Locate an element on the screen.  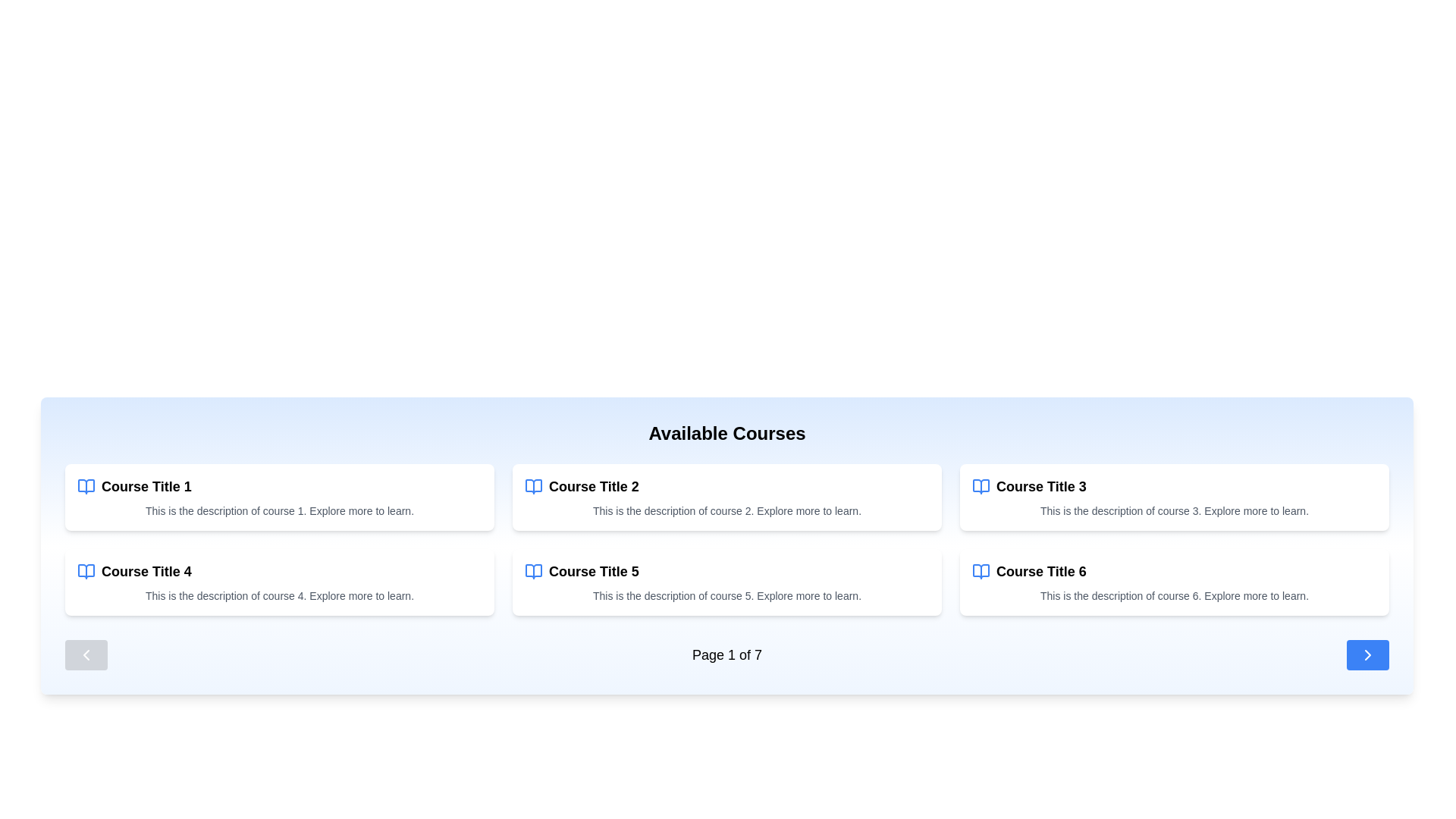
the blue open book icon located to the left of the 'Course Title 6' text in the course card positioned in the second row, third column of the course listing interface is located at coordinates (981, 571).